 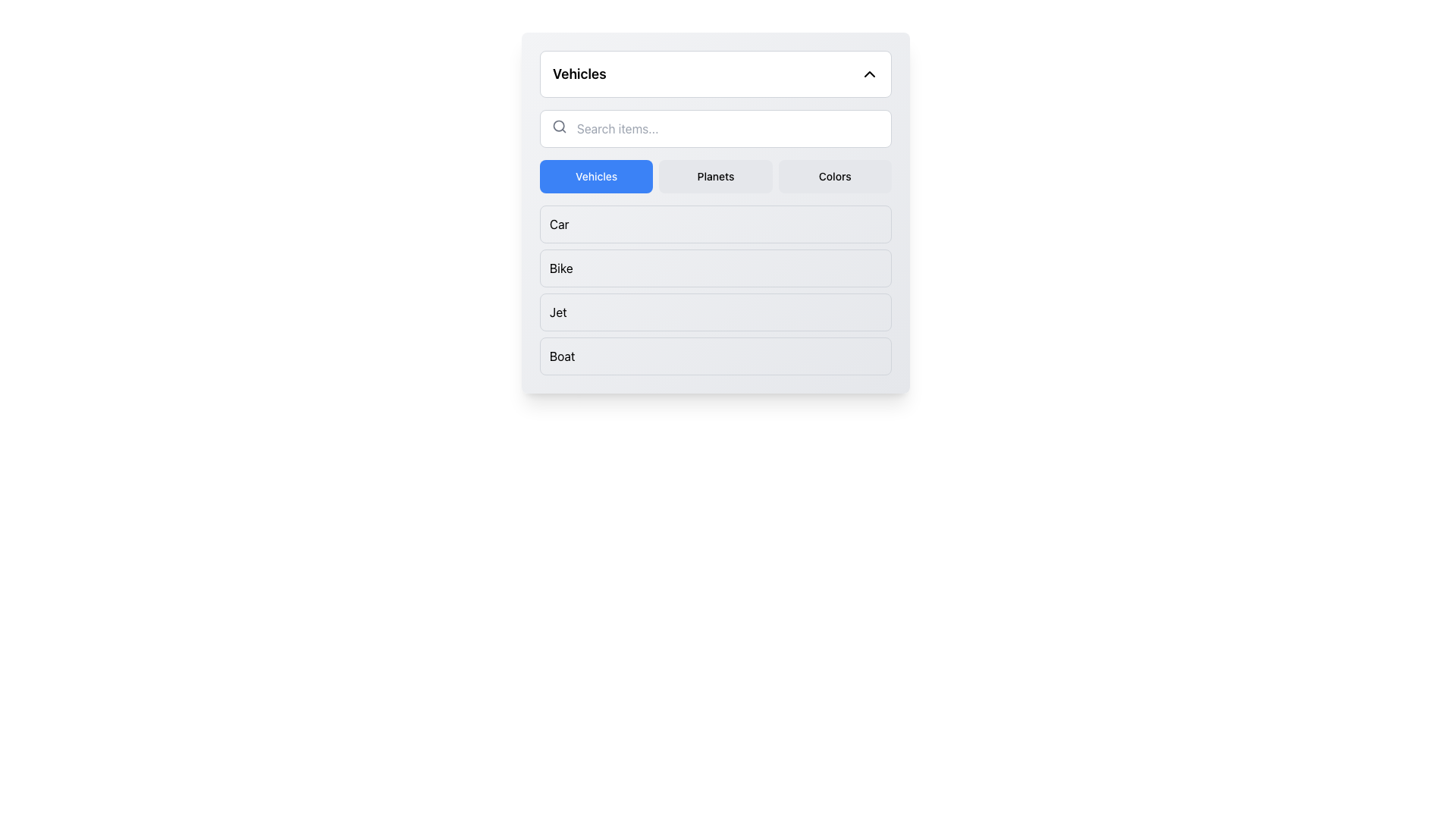 What do you see at coordinates (715, 312) in the screenshot?
I see `the selectable list item 'Jet' located in the third position of the vertical list under 'Vehicles'` at bounding box center [715, 312].